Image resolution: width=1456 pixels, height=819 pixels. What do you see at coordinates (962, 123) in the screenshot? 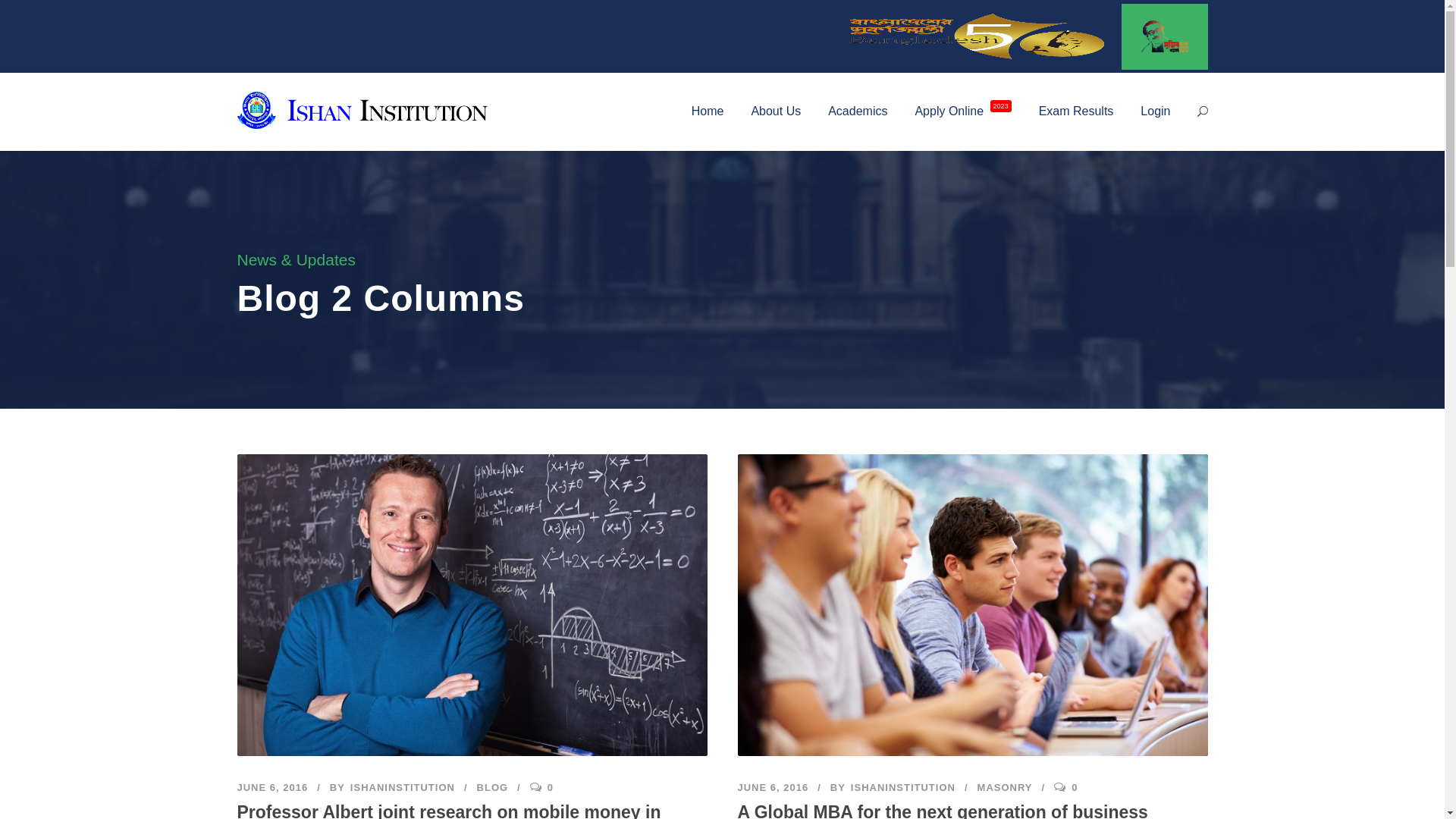
I see `'Apply Online 2023'` at bounding box center [962, 123].